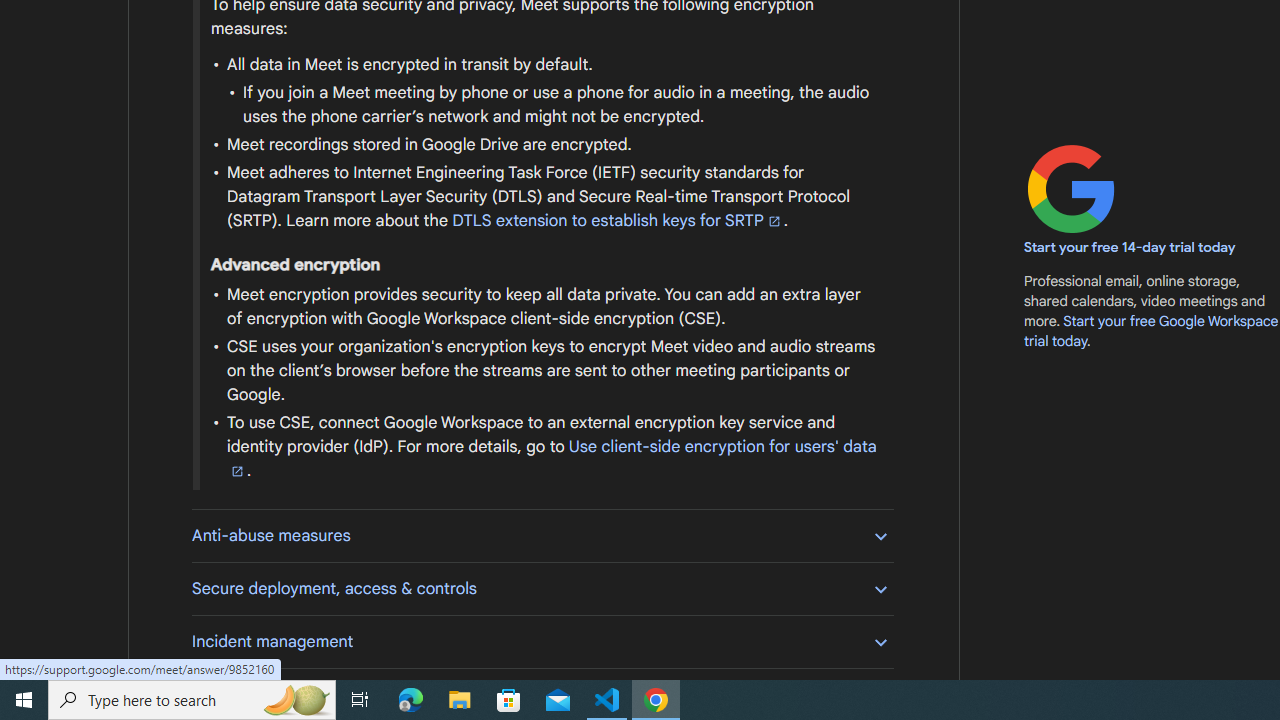  What do you see at coordinates (1151, 329) in the screenshot?
I see `'Start your free Google Workspace trial today'` at bounding box center [1151, 329].